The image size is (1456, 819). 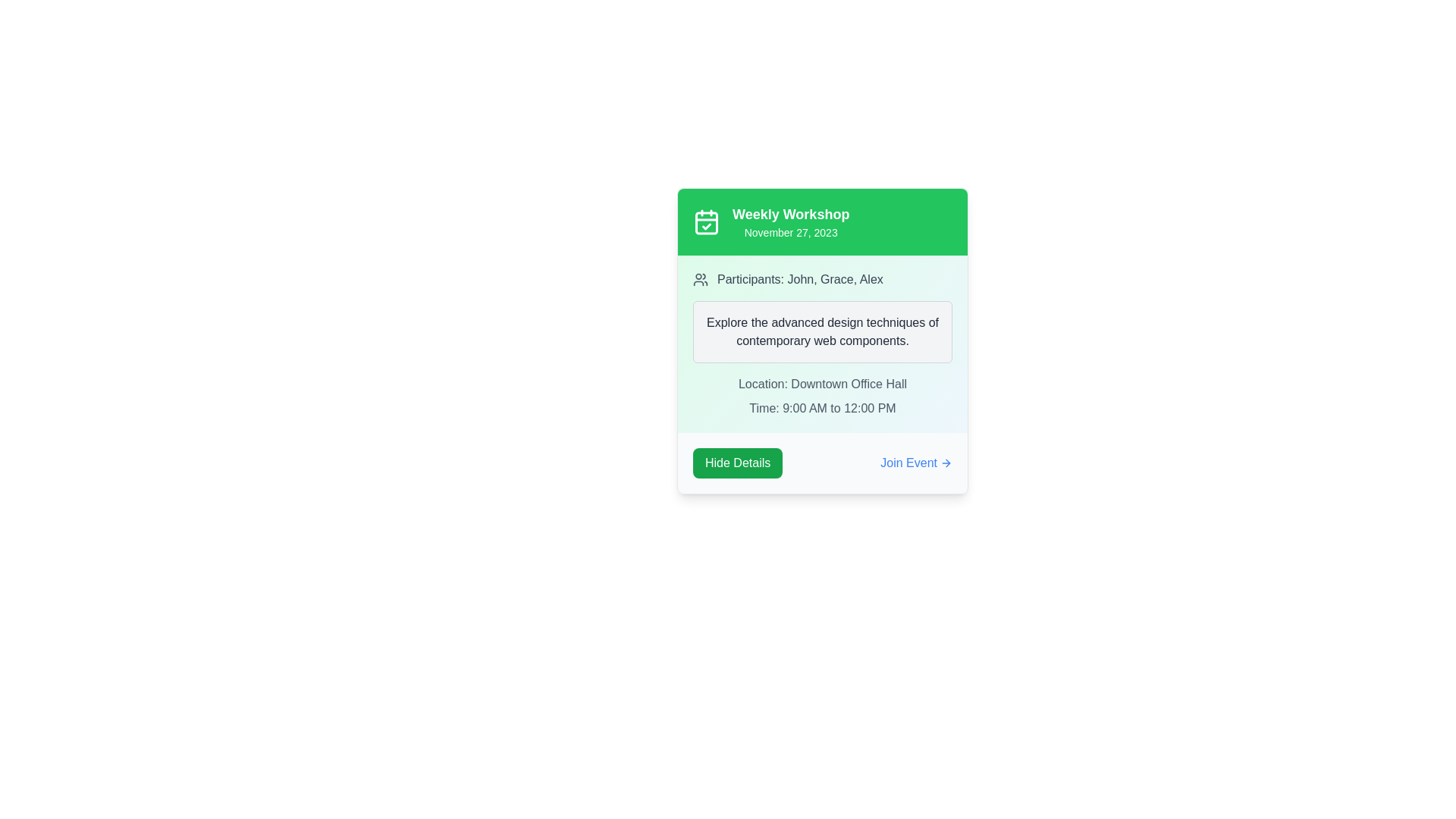 What do you see at coordinates (738, 462) in the screenshot?
I see `the 'Hide Details' button, which is rectangular with rounded corners and has a green background` at bounding box center [738, 462].